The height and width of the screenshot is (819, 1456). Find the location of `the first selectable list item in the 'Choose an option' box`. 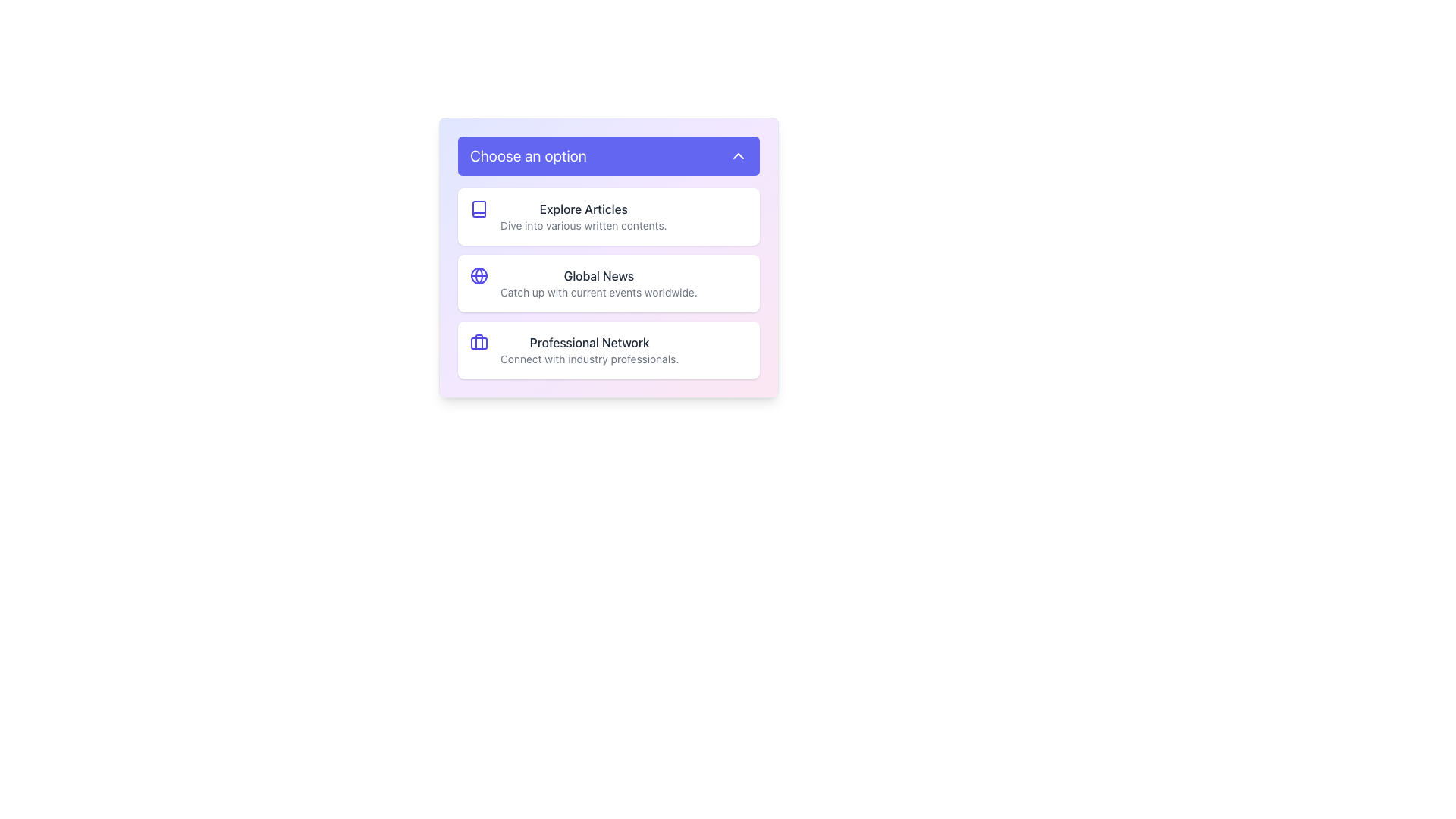

the first selectable list item in the 'Choose an option' box is located at coordinates (608, 216).